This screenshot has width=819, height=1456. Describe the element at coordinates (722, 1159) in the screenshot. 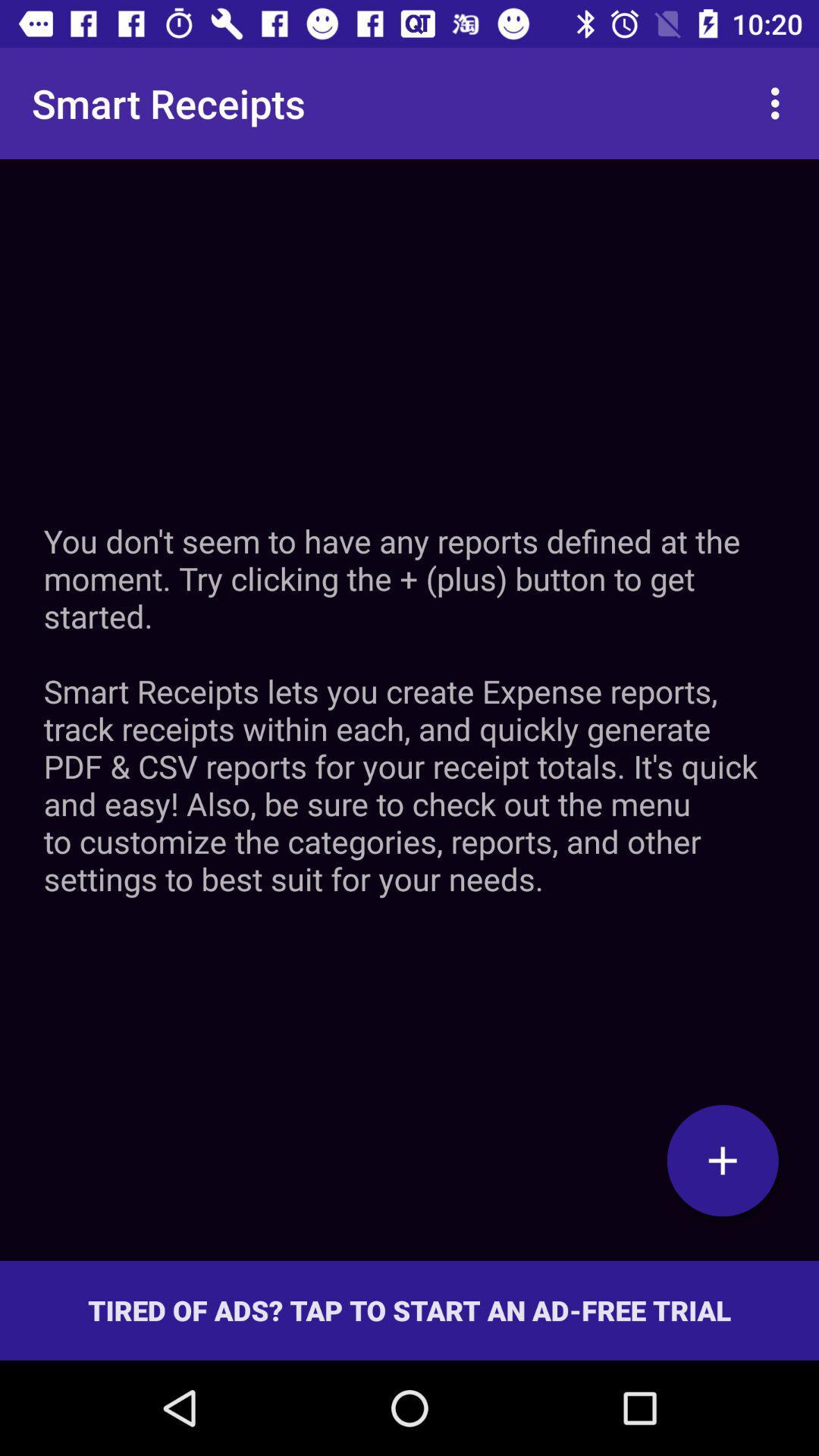

I see `the icon below the you don t icon` at that location.